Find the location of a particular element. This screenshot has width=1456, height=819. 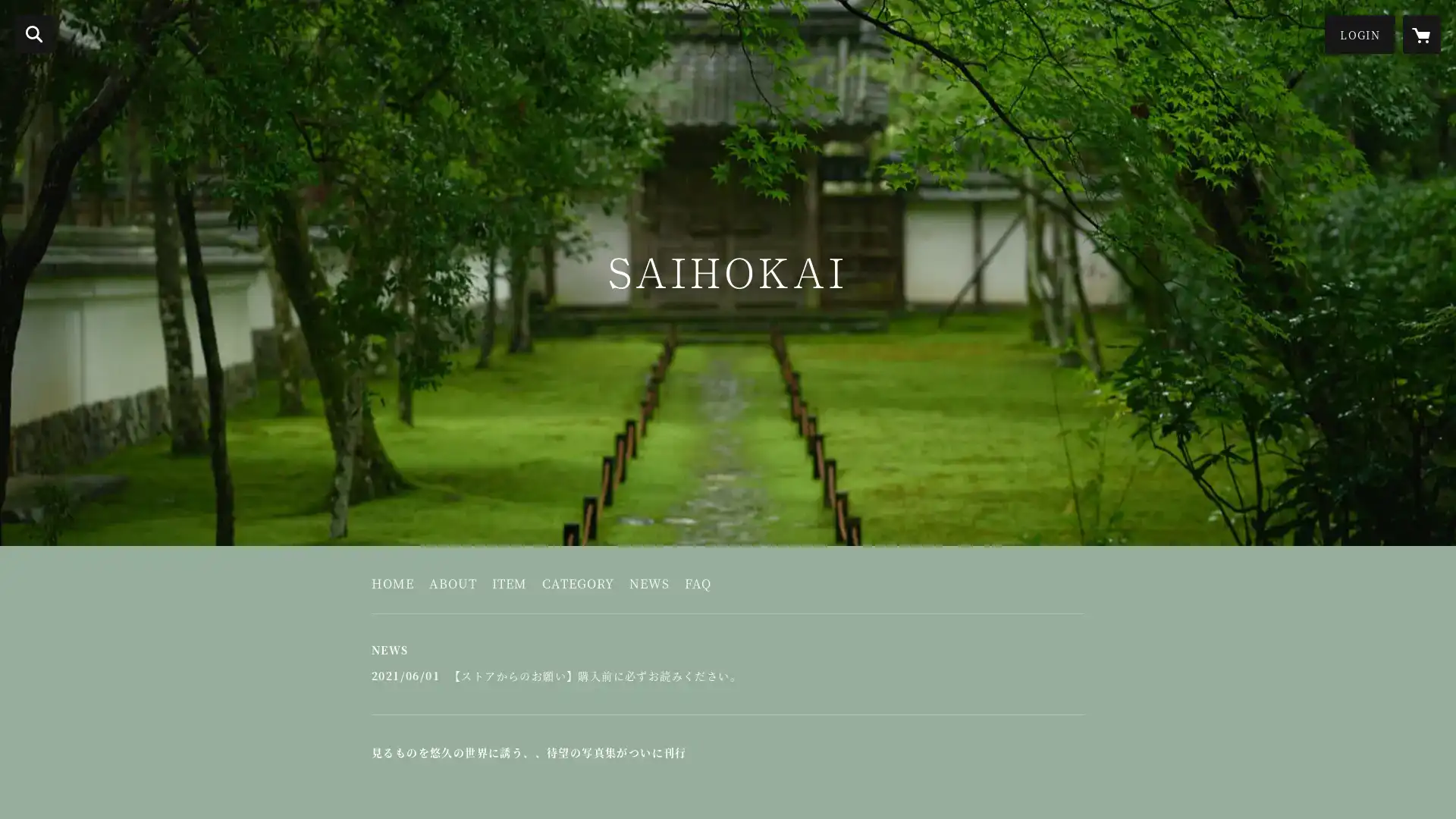

CATEGORY is located at coordinates (577, 586).